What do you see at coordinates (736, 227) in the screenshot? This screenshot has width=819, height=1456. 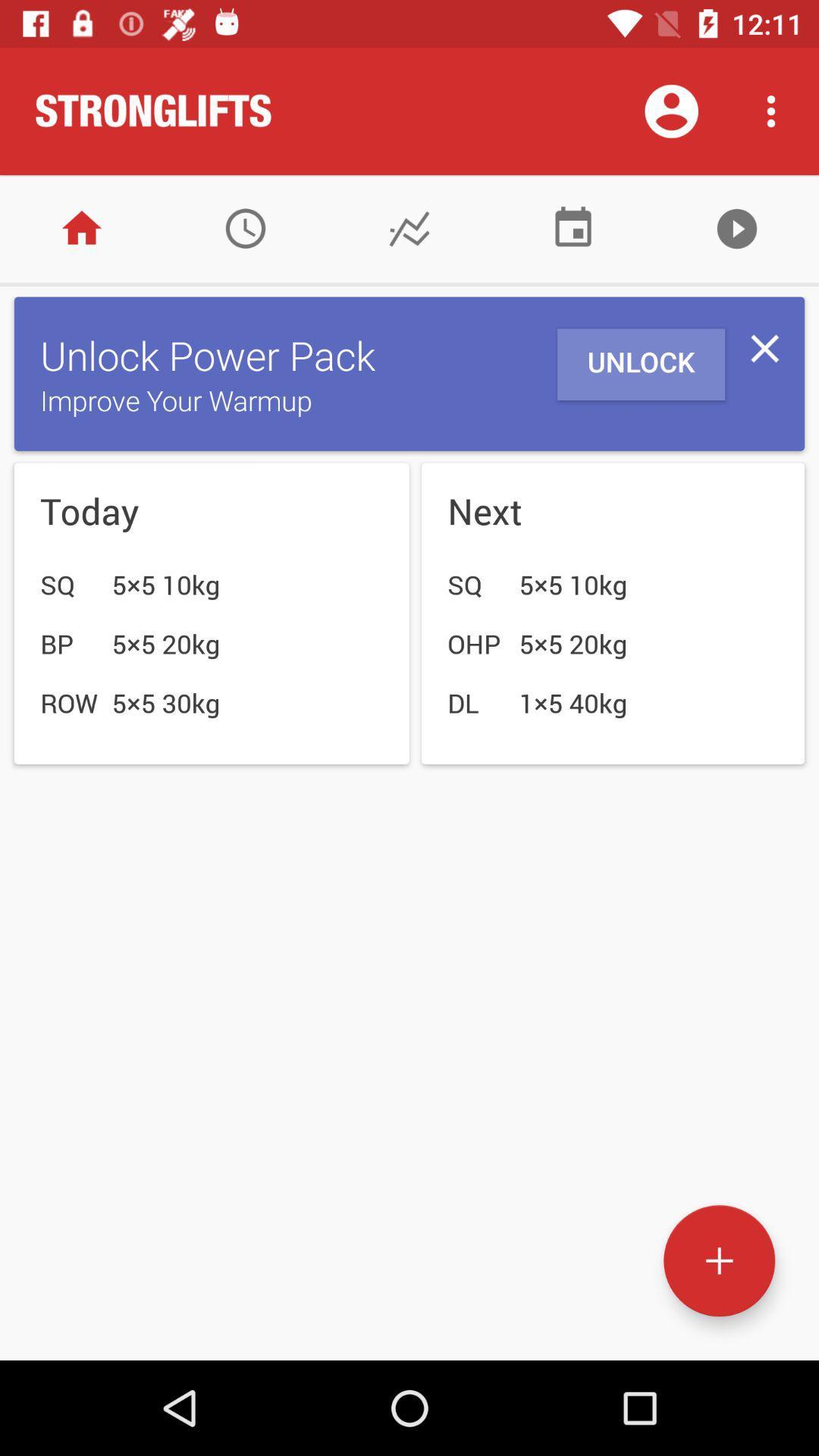 I see `the program` at bounding box center [736, 227].